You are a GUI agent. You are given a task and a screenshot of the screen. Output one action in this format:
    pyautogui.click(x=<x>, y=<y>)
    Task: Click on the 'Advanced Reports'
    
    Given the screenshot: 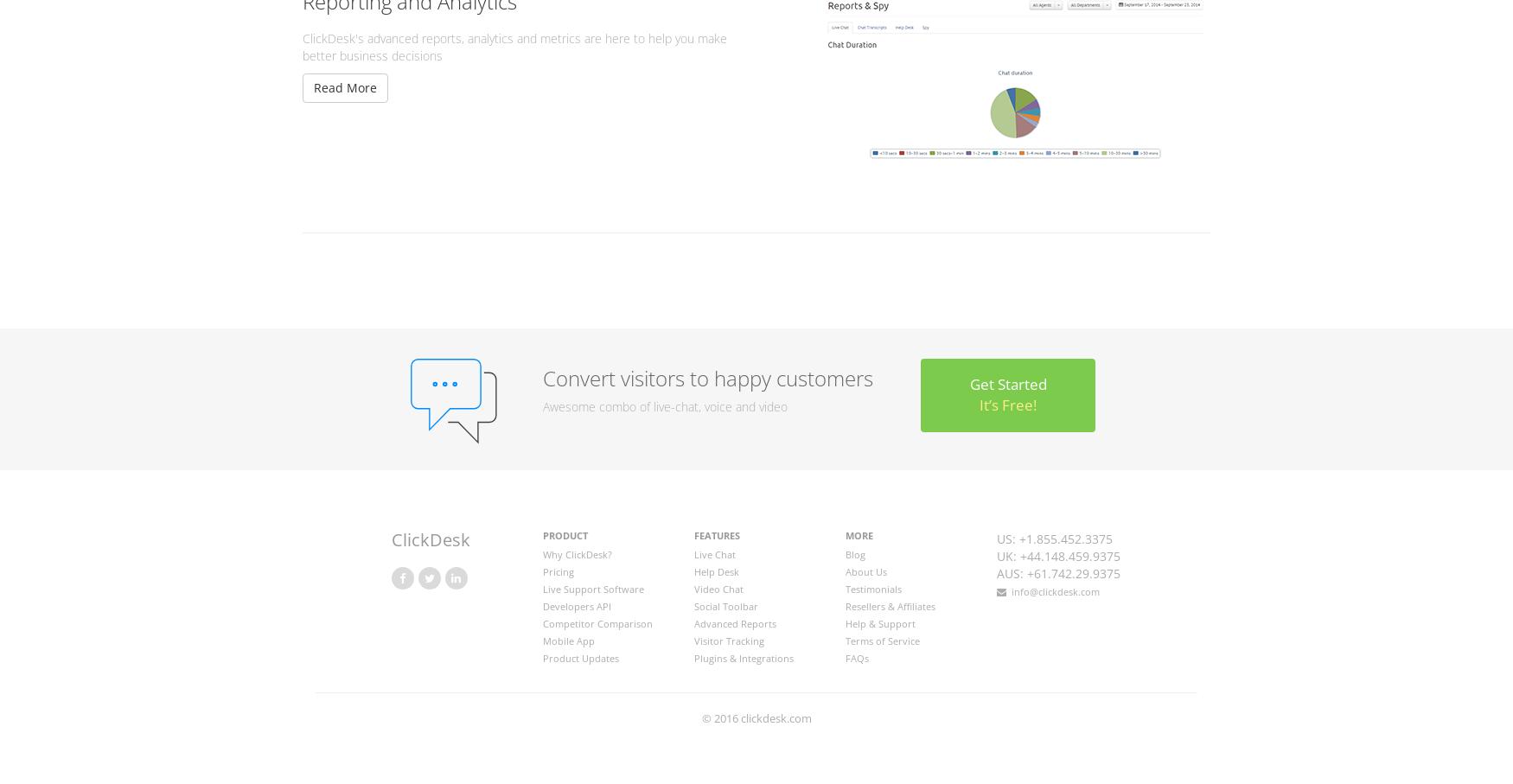 What is the action you would take?
    pyautogui.click(x=693, y=622)
    